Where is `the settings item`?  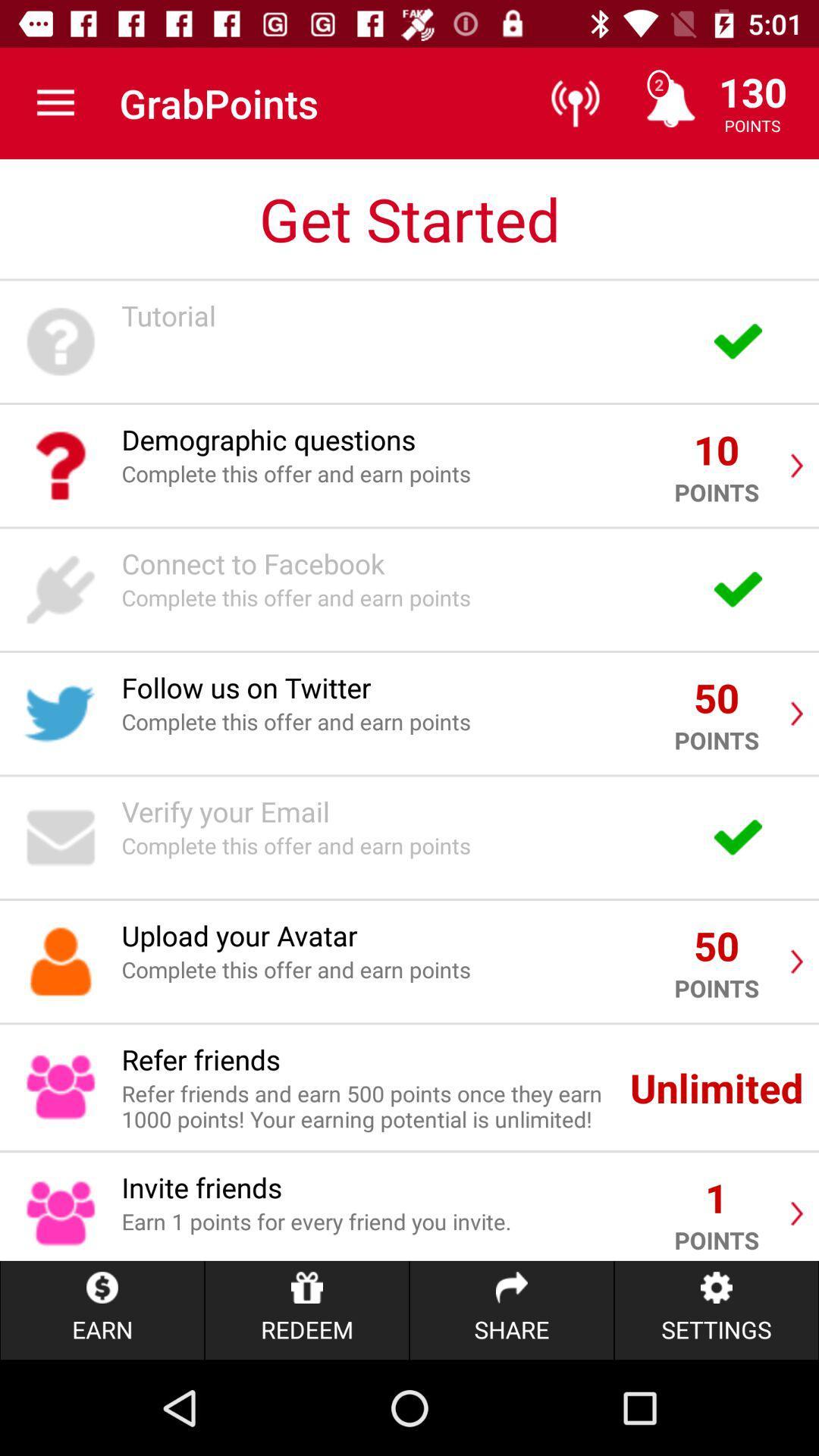
the settings item is located at coordinates (717, 1310).